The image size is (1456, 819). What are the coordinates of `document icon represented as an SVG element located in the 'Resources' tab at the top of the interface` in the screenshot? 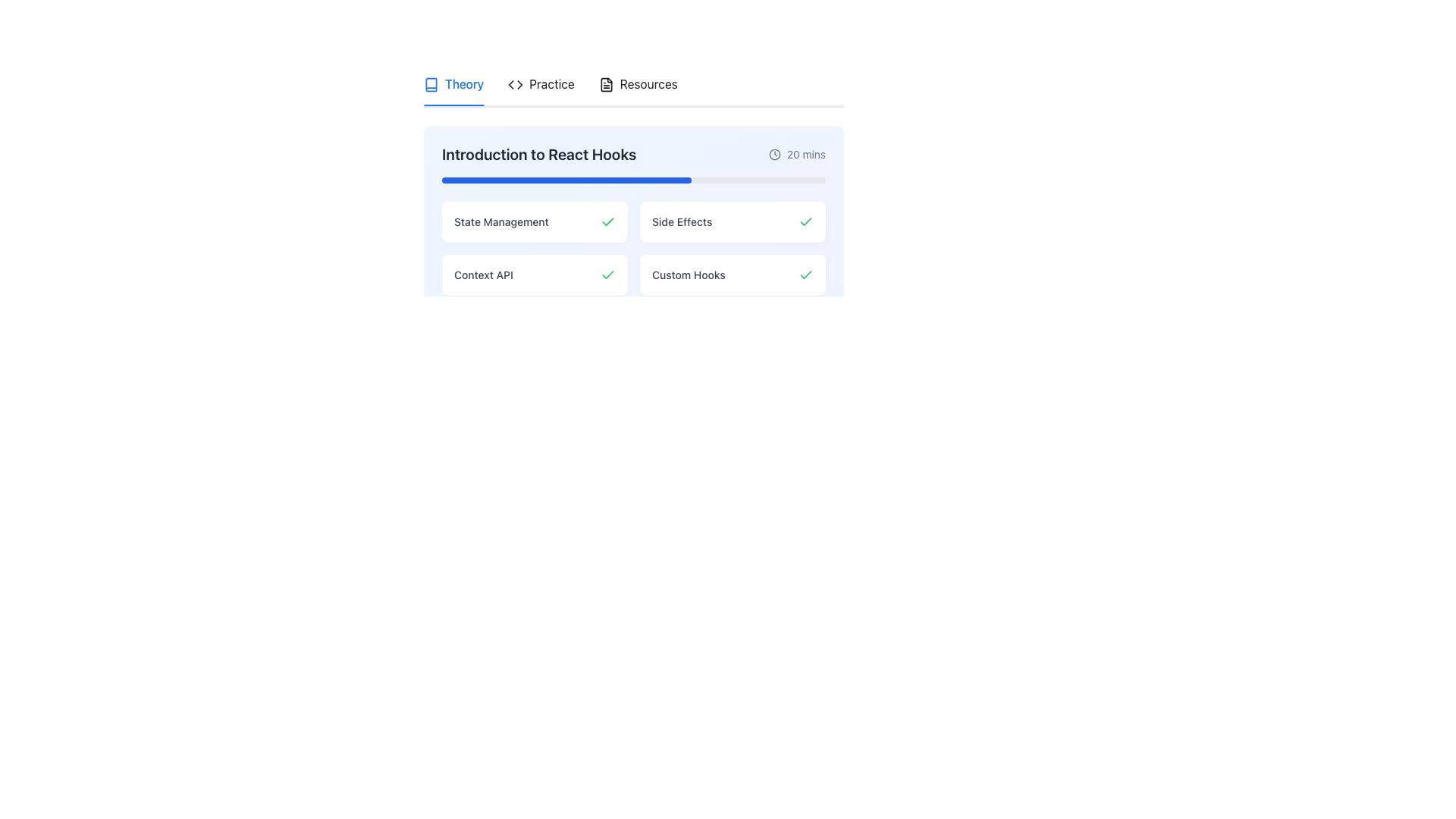 It's located at (605, 84).